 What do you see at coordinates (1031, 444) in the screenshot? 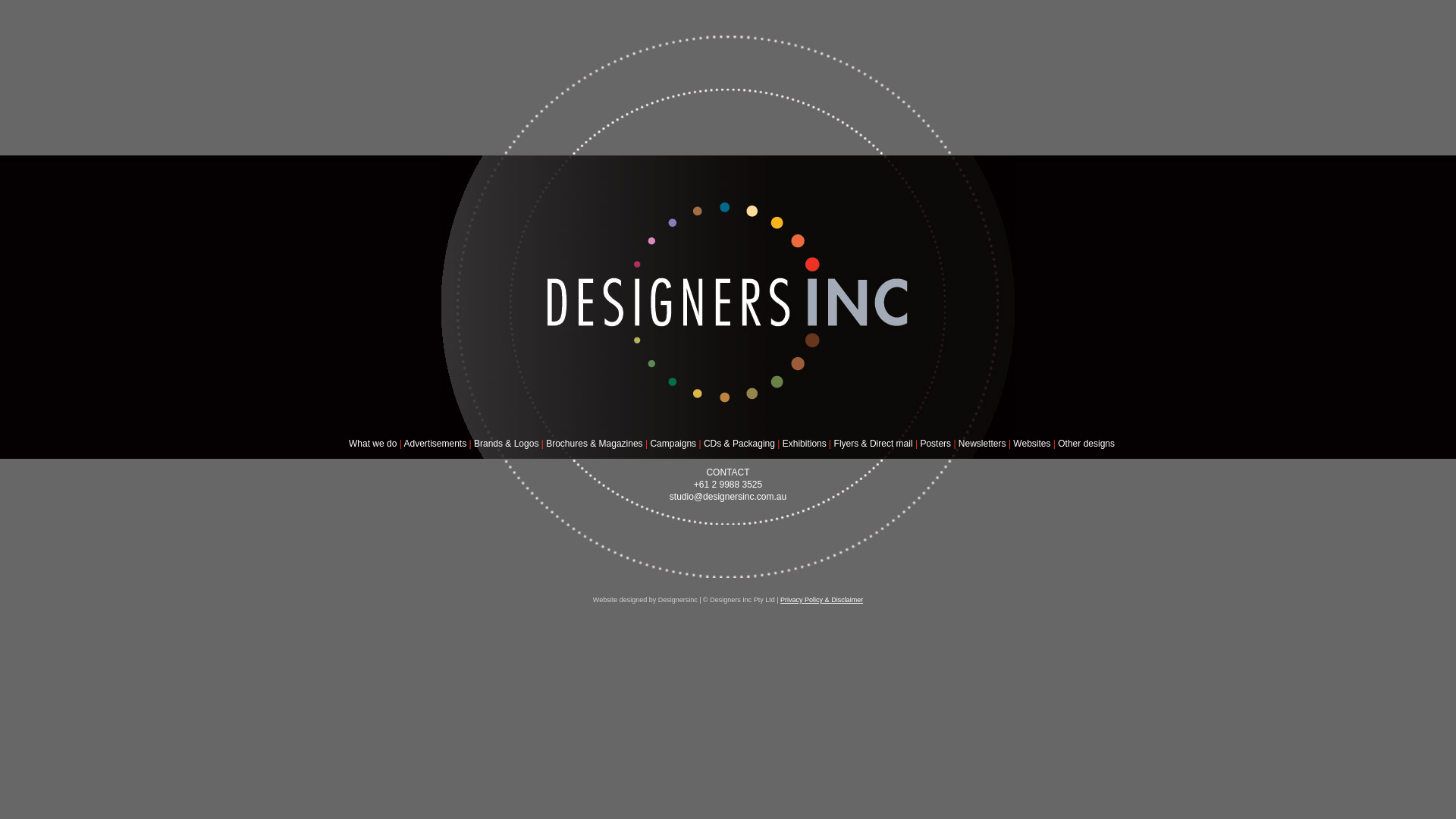
I see `'Websites'` at bounding box center [1031, 444].